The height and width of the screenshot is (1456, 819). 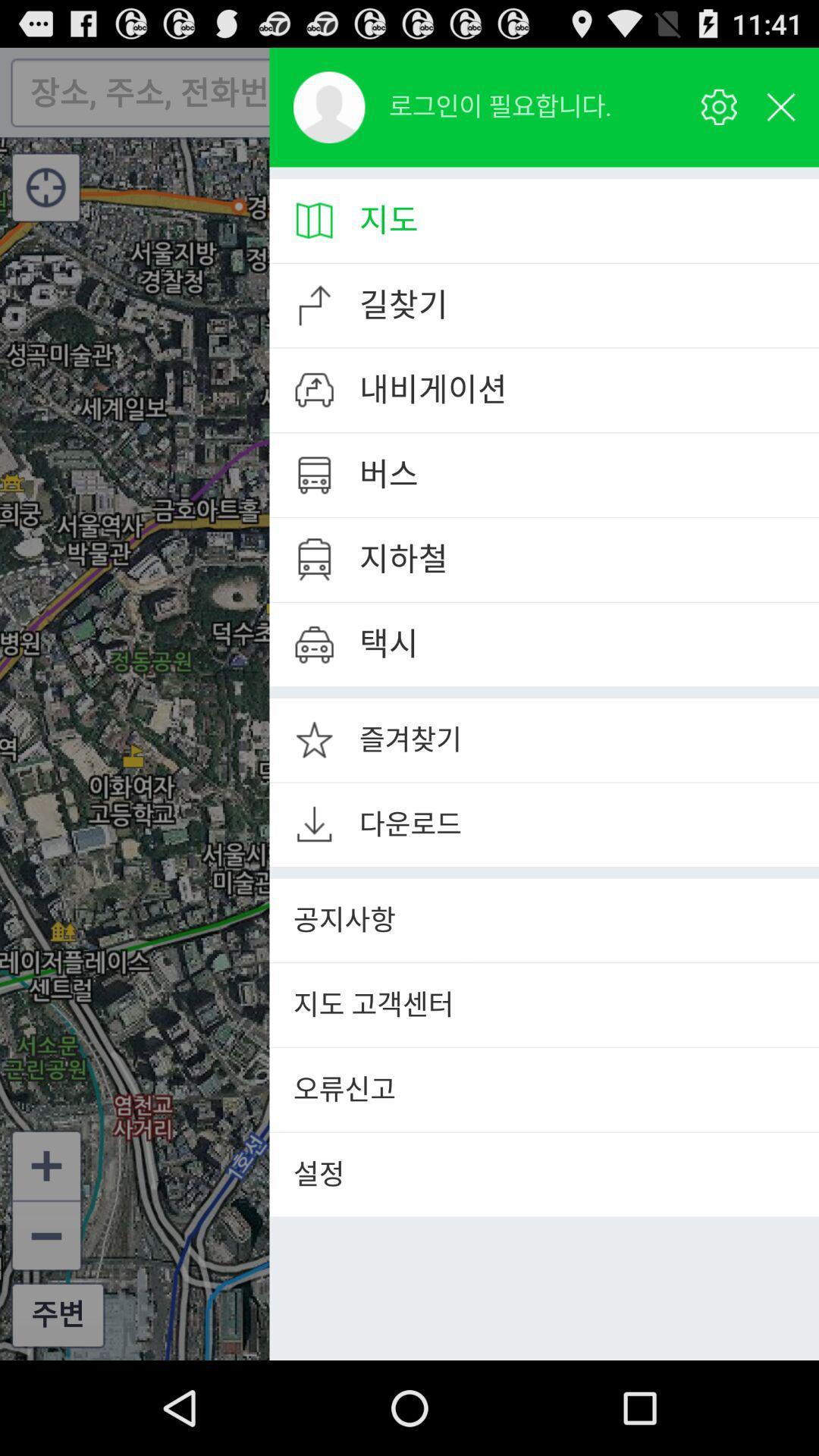 I want to click on the location_crosshair icon, so click(x=45, y=199).